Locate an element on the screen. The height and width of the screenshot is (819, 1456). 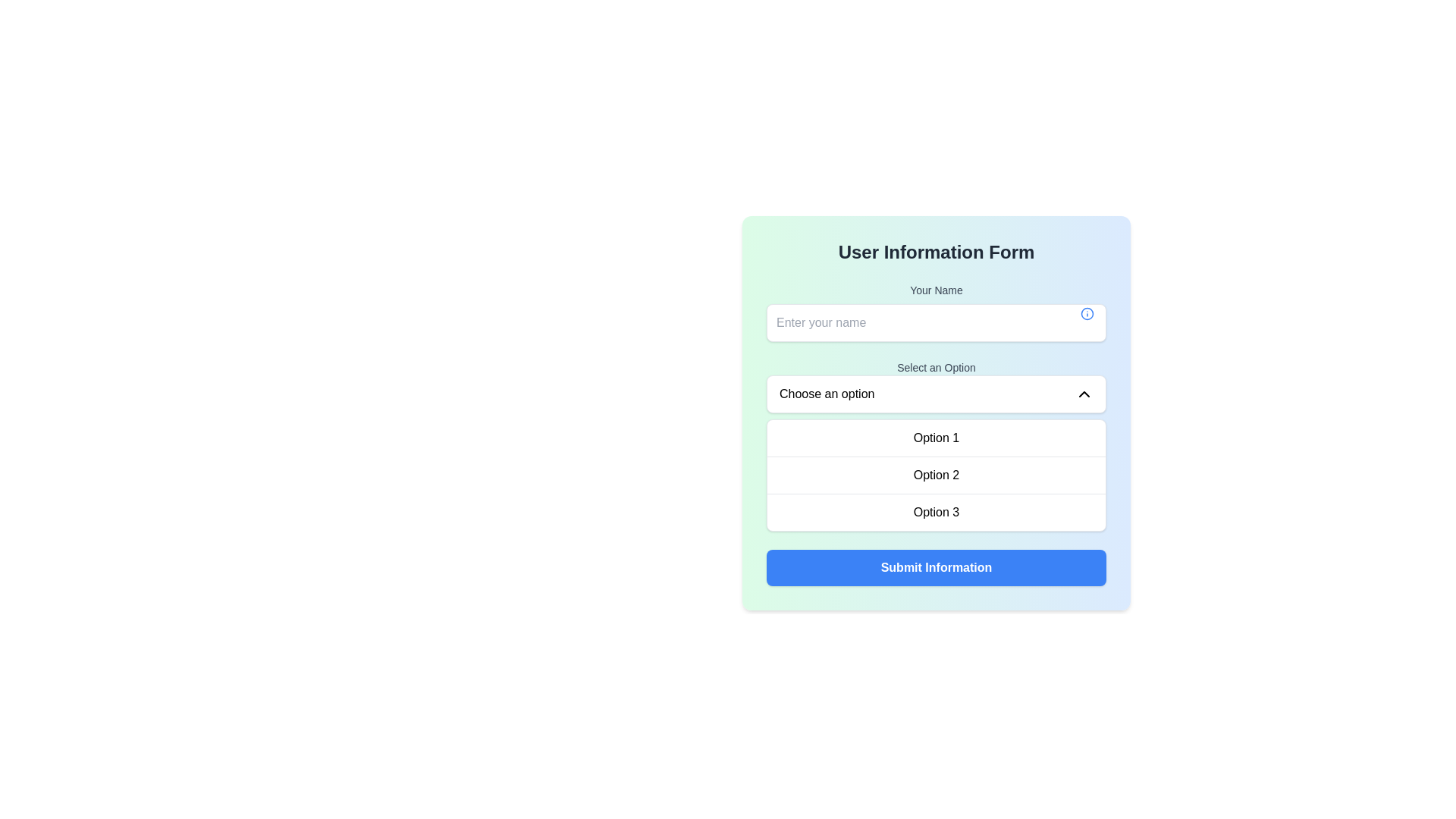
the label indicating the purpose of the dropdown menu, positioned directly above the dropdown selection area labeled 'Choose an option' is located at coordinates (935, 368).